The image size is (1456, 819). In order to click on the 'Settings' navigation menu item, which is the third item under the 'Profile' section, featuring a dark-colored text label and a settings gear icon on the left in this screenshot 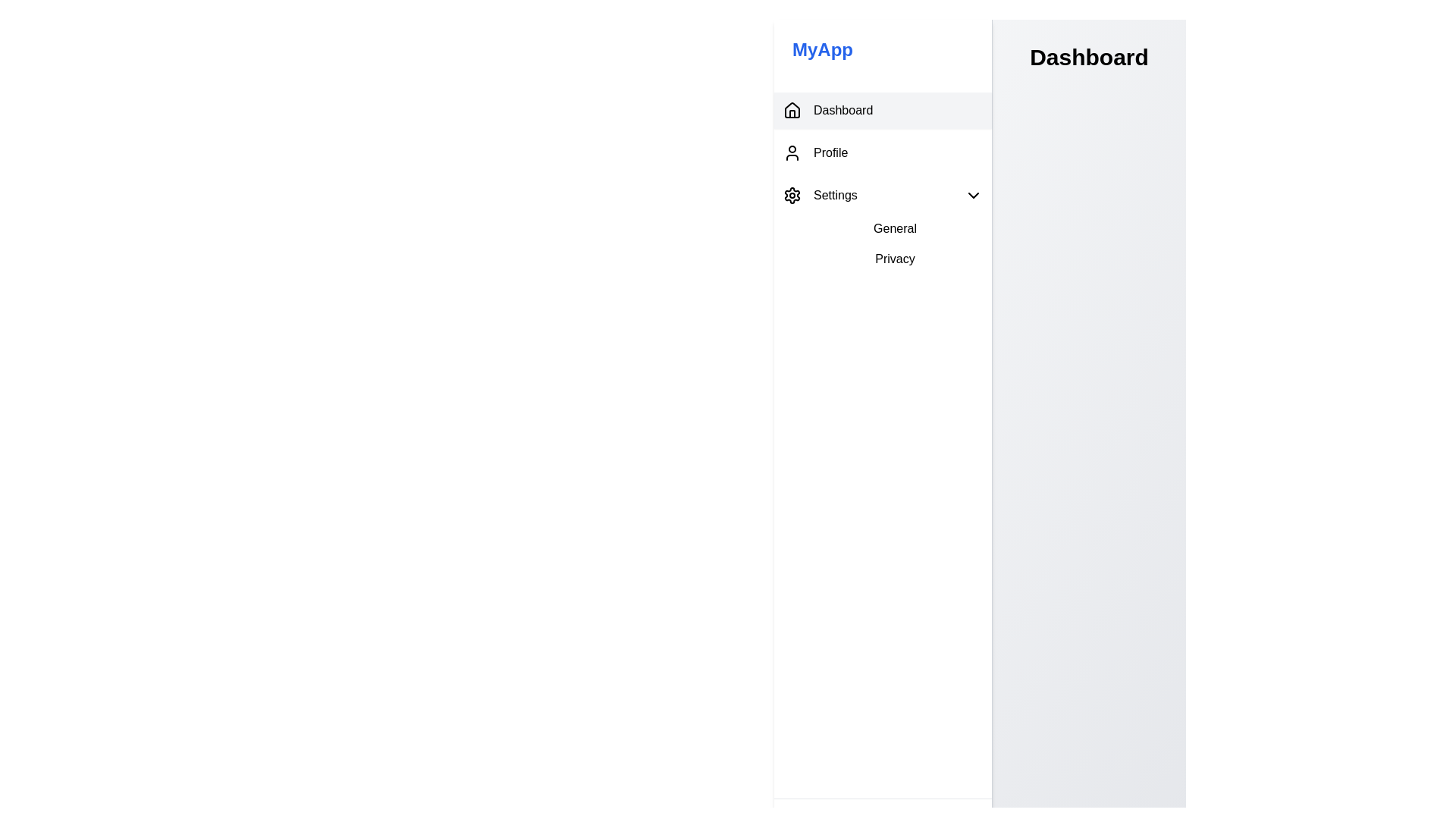, I will do `click(819, 195)`.